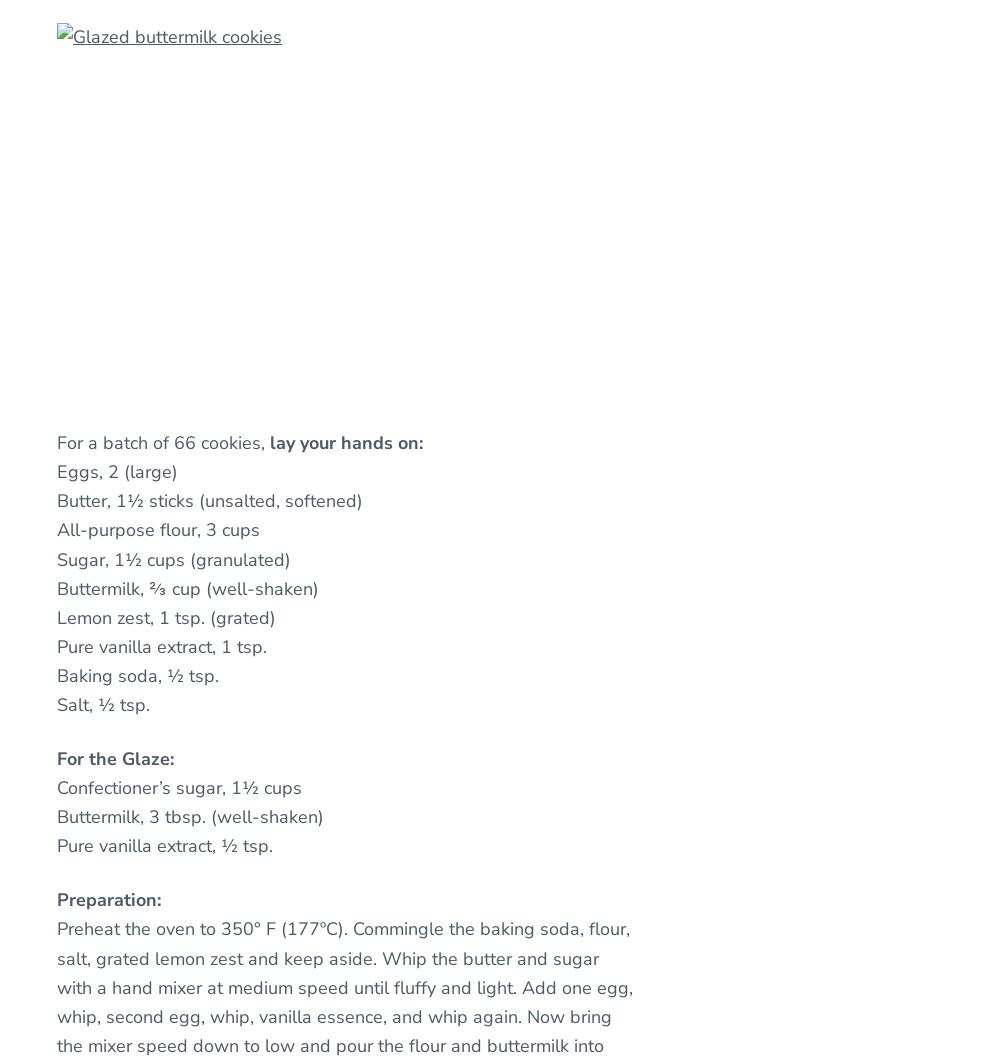  What do you see at coordinates (173, 558) in the screenshot?
I see `'Sugar, 1½ cups (granulated)'` at bounding box center [173, 558].